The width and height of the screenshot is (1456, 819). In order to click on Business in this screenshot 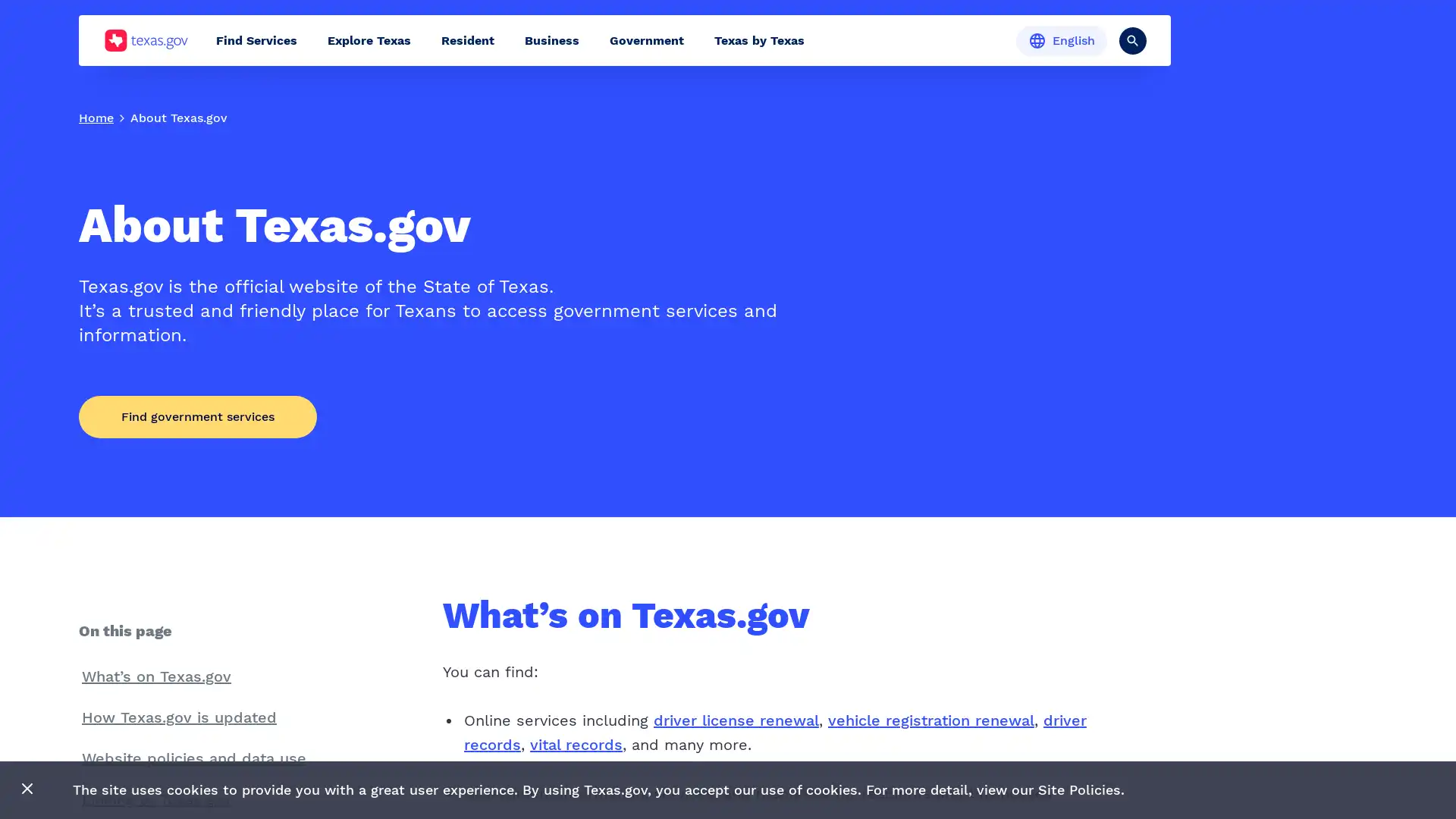, I will do `click(551, 39)`.